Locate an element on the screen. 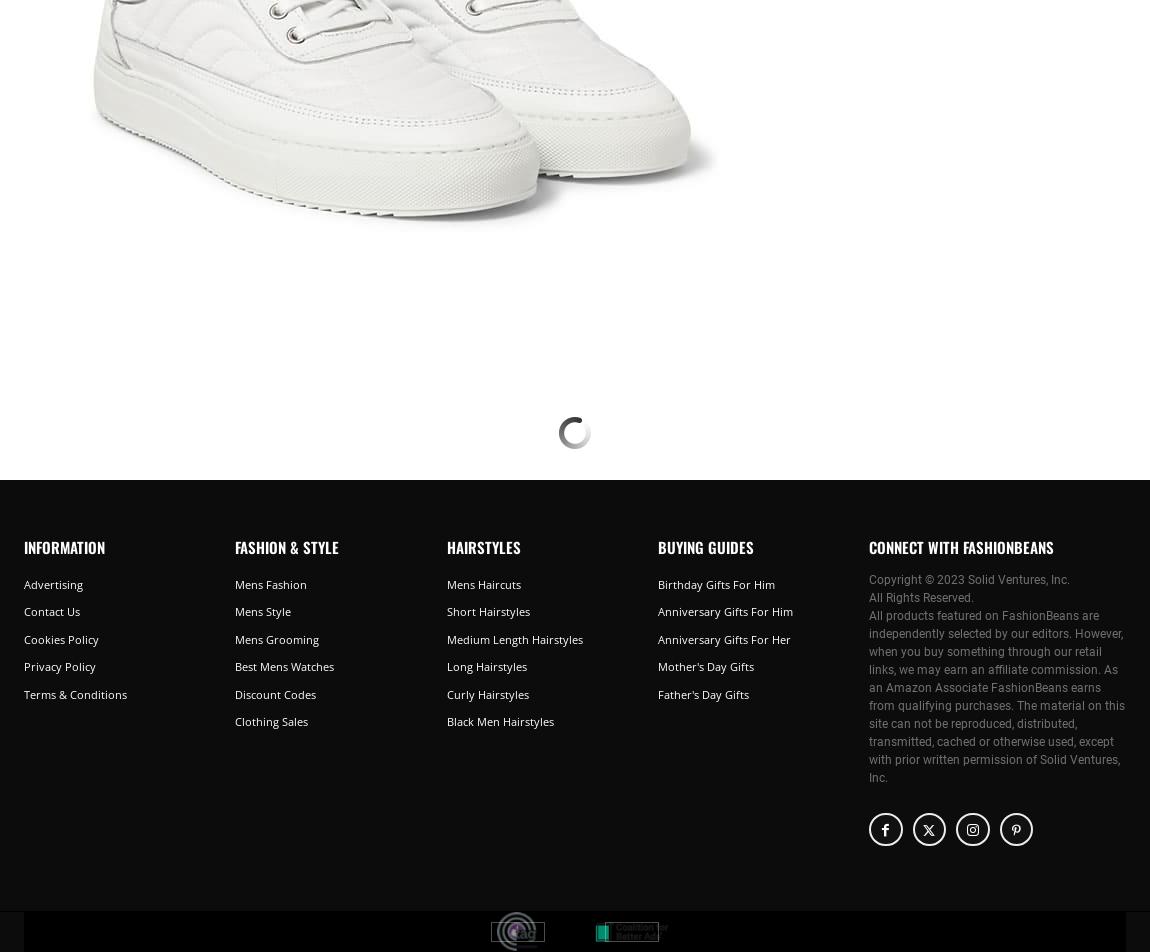 The image size is (1150, 952). 'Black Men Hairstyles' is located at coordinates (499, 721).